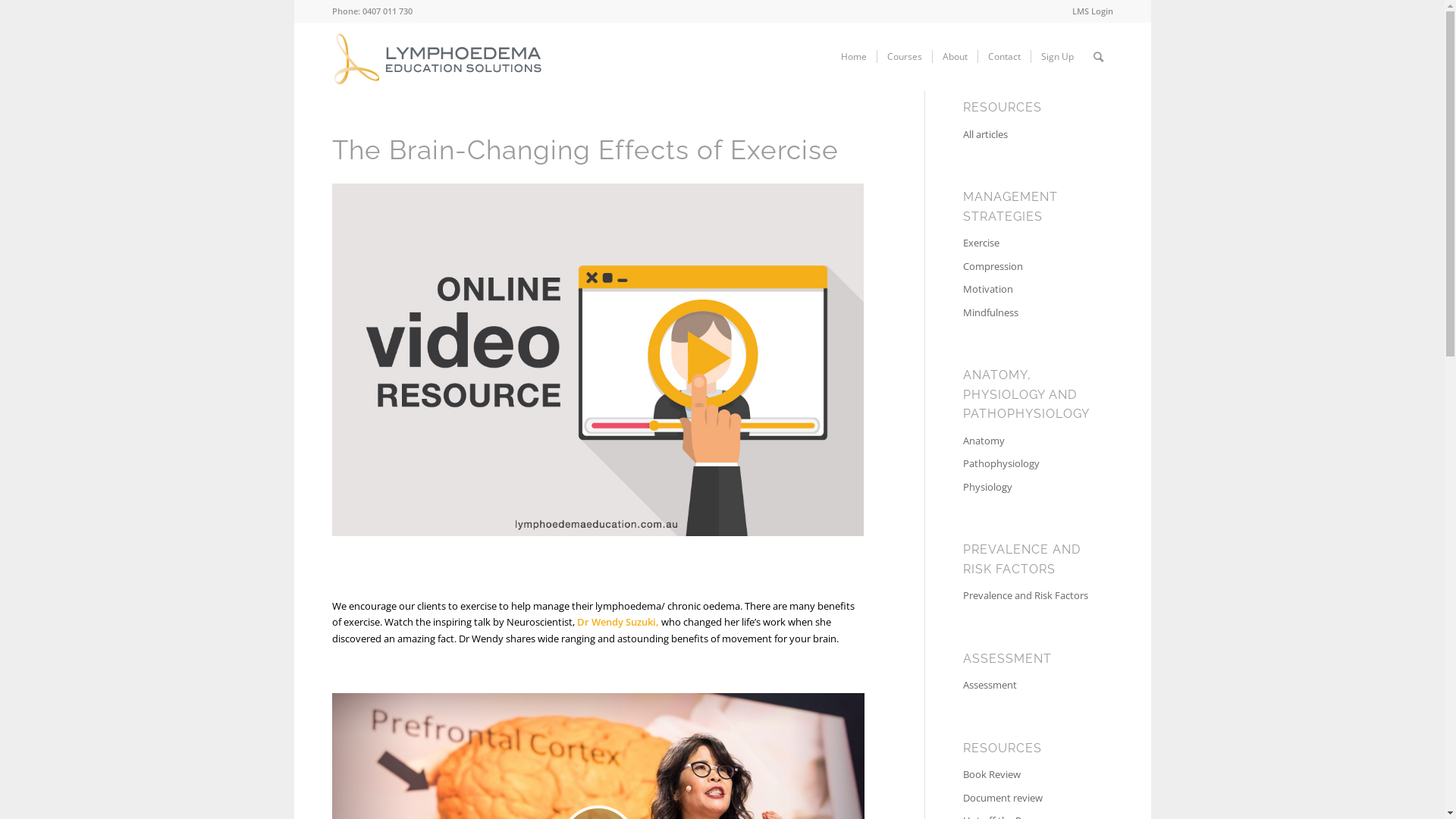  What do you see at coordinates (1026, 685) in the screenshot?
I see `'Assessment'` at bounding box center [1026, 685].